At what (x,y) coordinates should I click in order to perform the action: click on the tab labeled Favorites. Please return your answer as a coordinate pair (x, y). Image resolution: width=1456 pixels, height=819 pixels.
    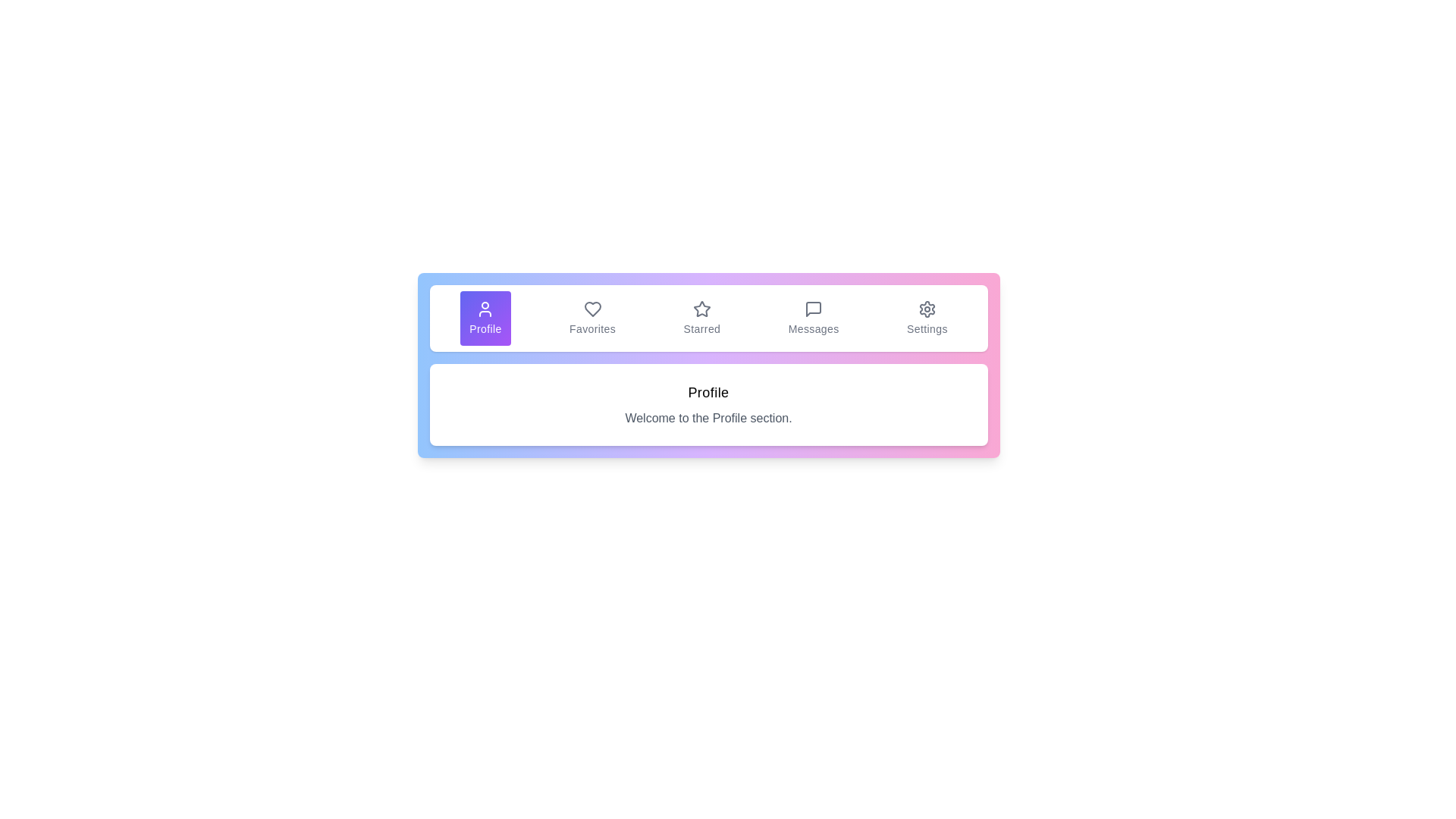
    Looking at the image, I should click on (591, 318).